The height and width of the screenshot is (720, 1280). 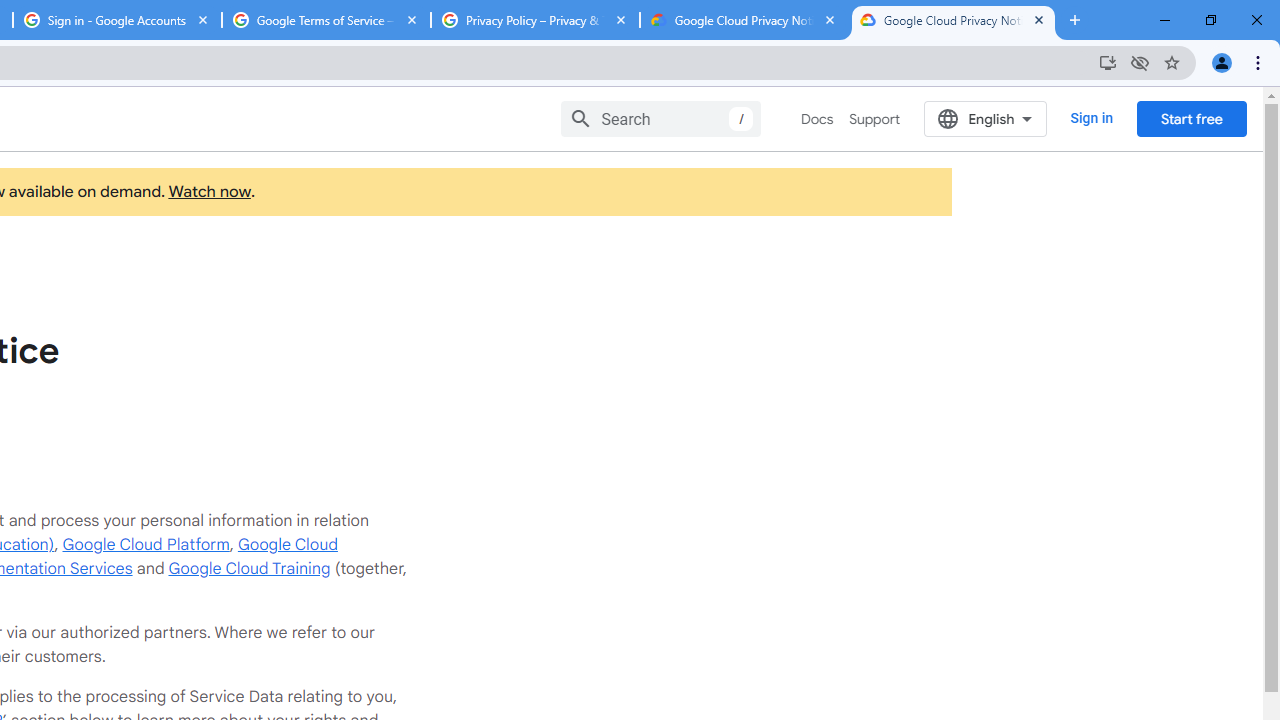 I want to click on 'Start free', so click(x=1191, y=118).